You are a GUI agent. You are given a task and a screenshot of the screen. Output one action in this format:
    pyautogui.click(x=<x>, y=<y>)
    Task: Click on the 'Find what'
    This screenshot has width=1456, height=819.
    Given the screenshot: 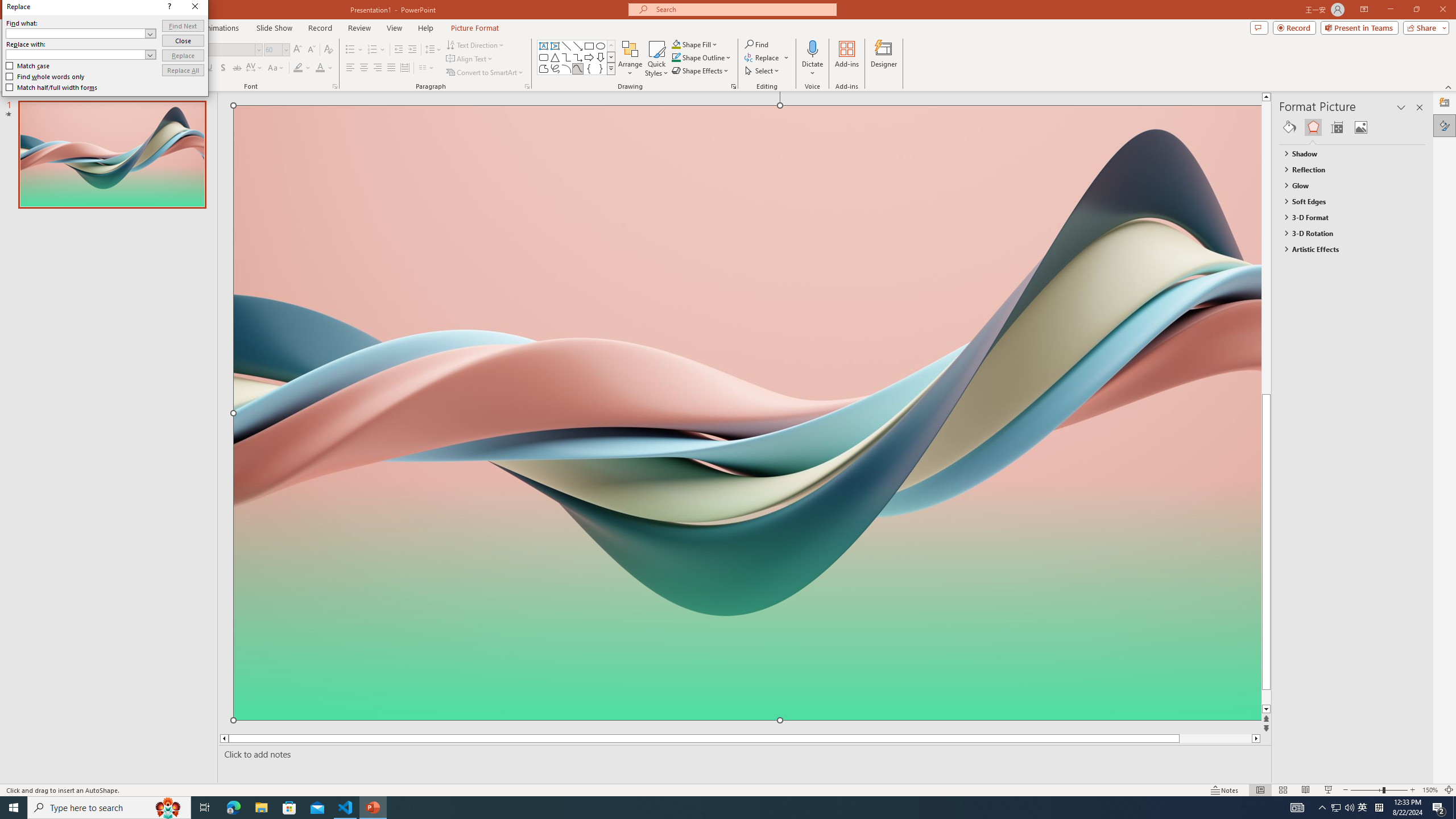 What is the action you would take?
    pyautogui.click(x=76, y=33)
    